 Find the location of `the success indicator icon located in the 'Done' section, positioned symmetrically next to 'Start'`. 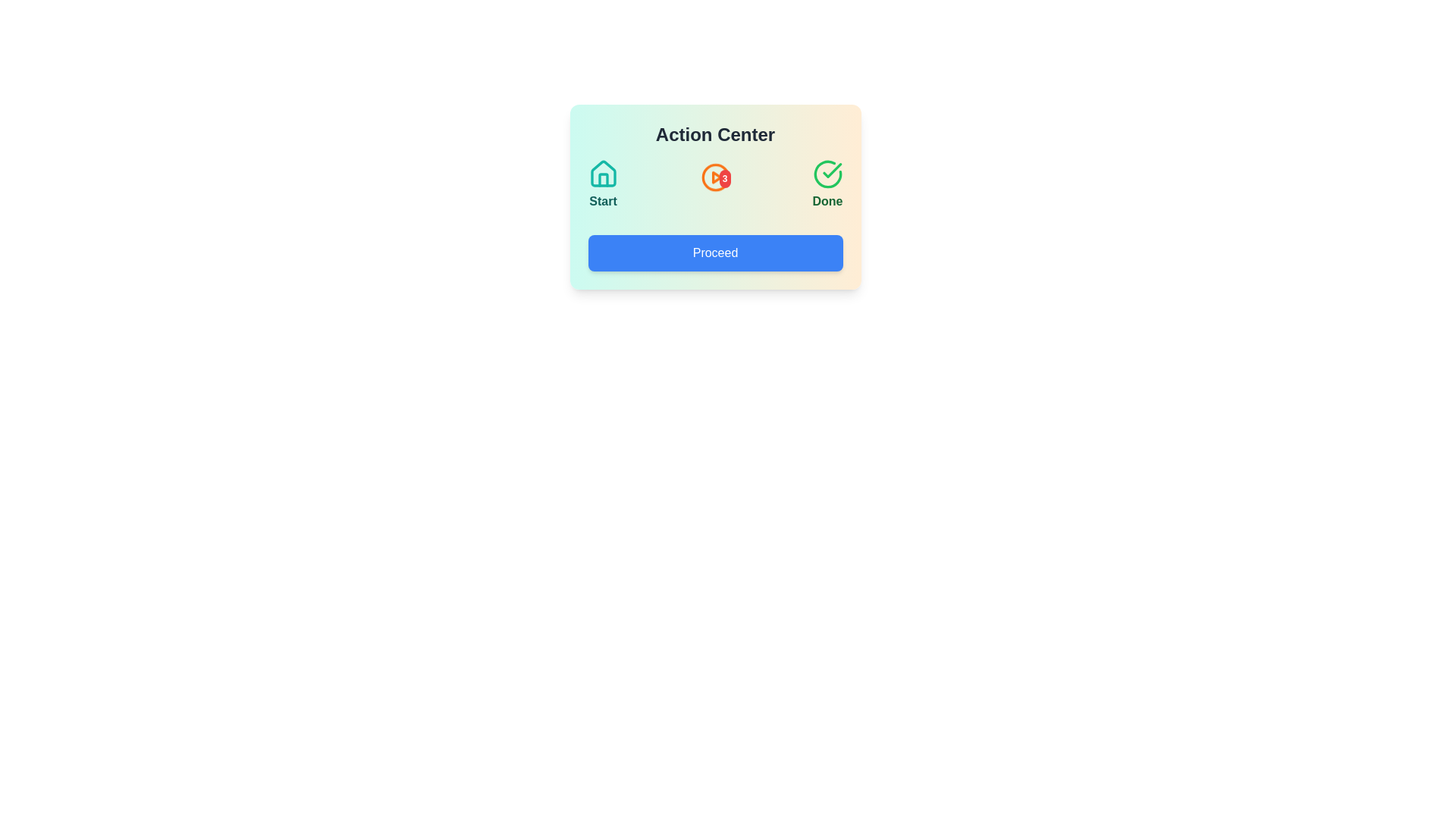

the success indicator icon located in the 'Done' section, positioned symmetrically next to 'Start' is located at coordinates (827, 174).